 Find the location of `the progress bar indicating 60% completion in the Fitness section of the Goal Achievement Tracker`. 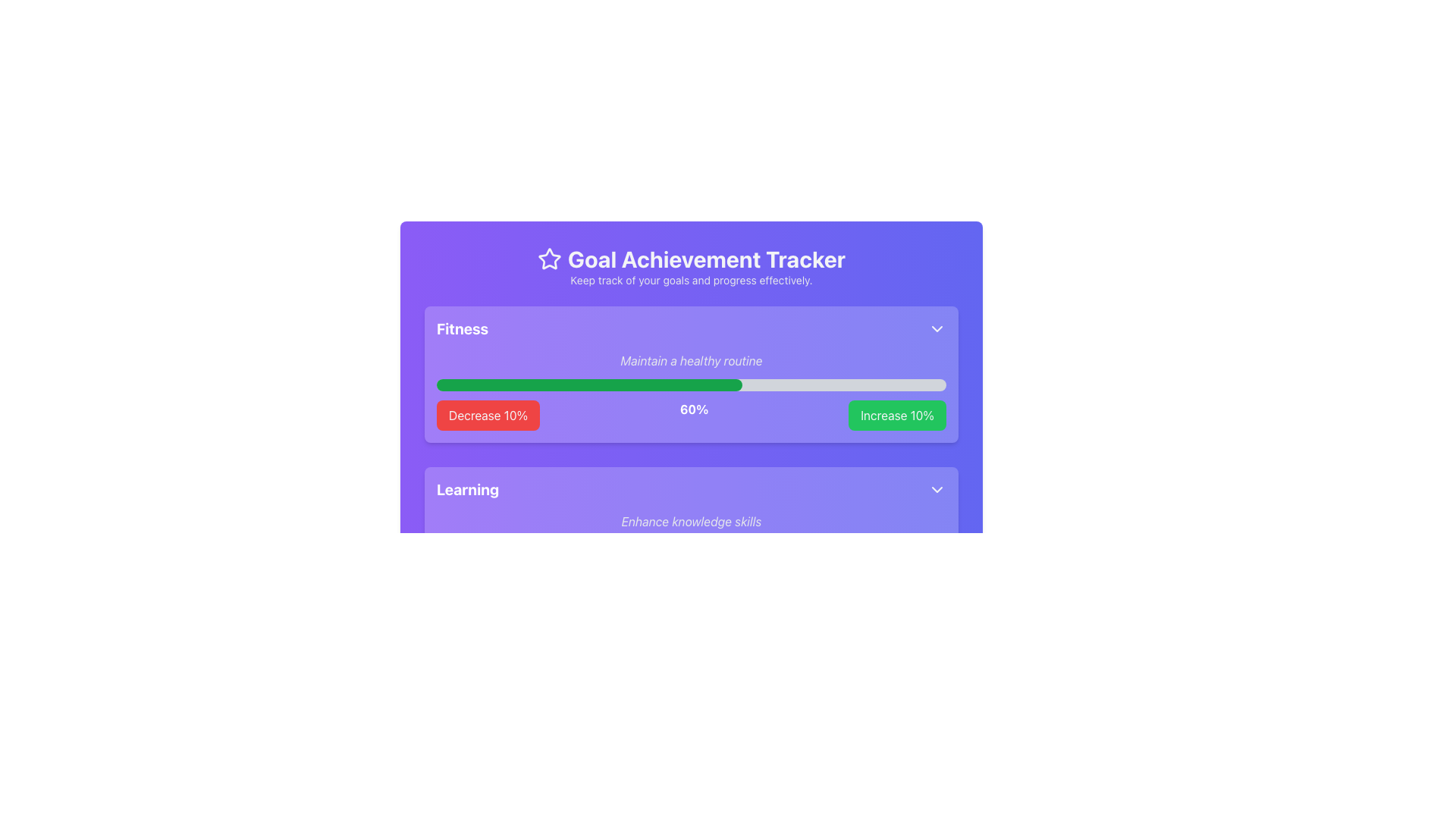

the progress bar indicating 60% completion in the Fitness section of the Goal Achievement Tracker is located at coordinates (588, 384).